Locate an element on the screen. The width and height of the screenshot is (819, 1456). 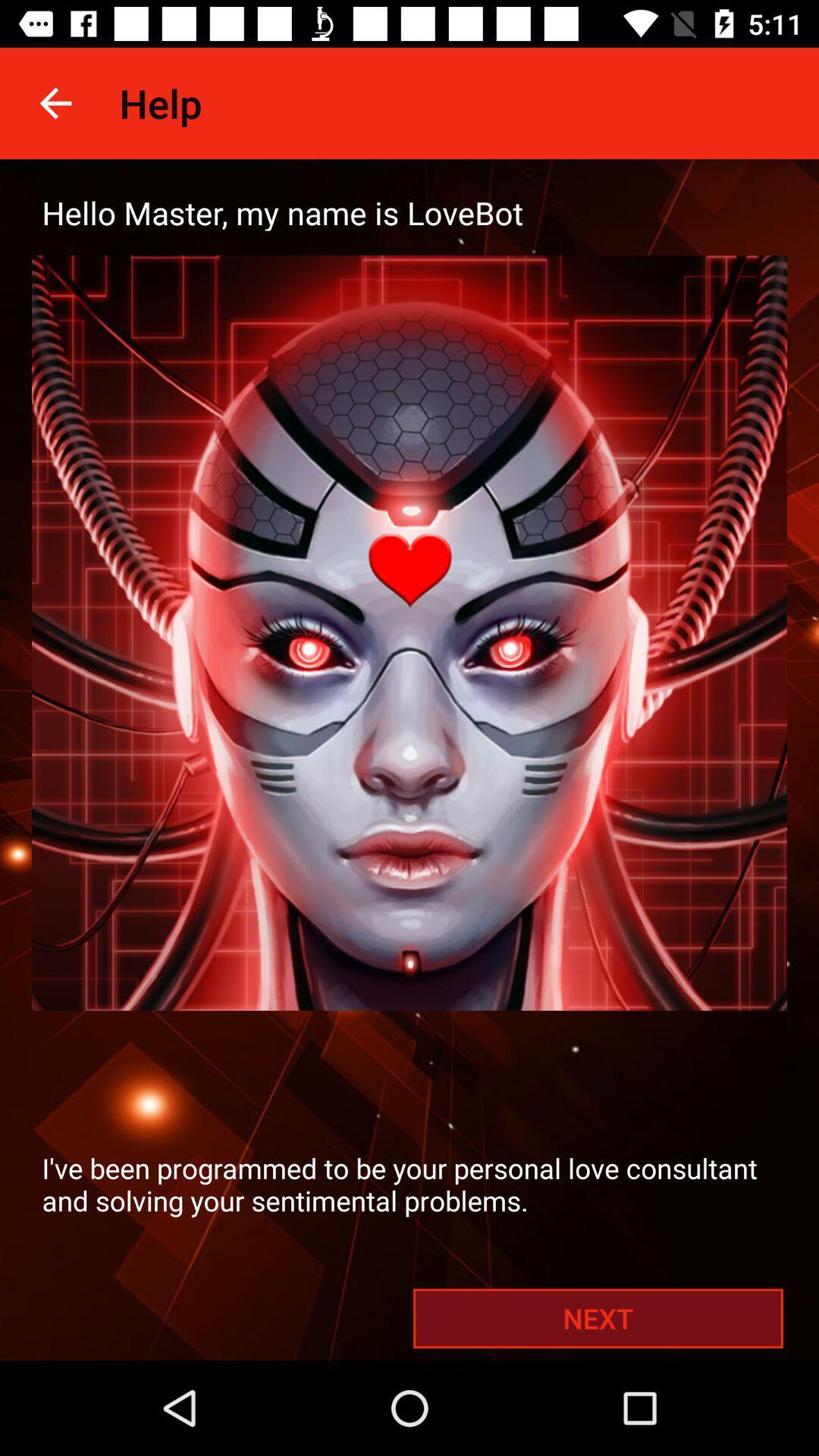
the next at the bottom right corner is located at coordinates (598, 1317).